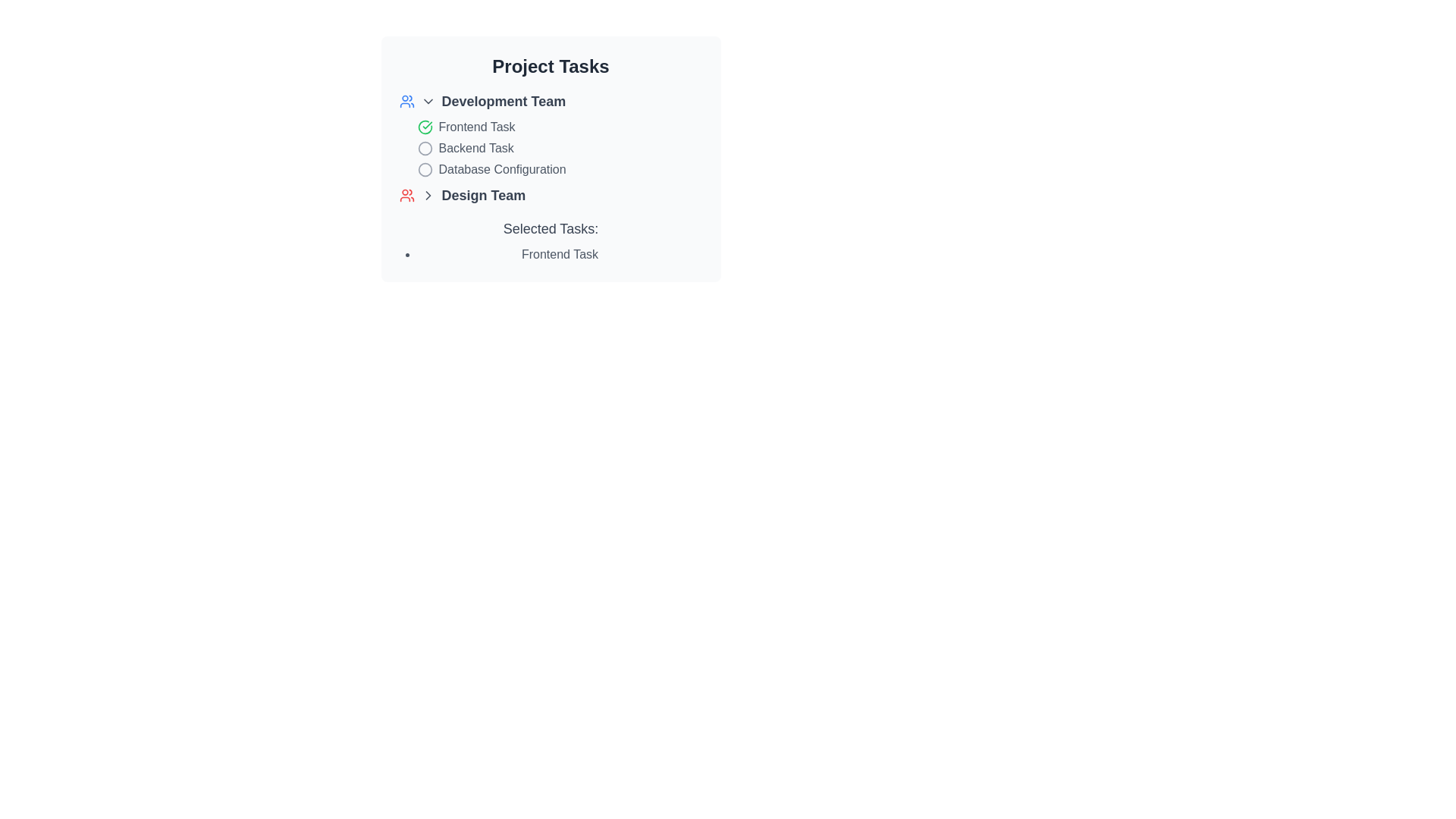  What do you see at coordinates (502, 169) in the screenshot?
I see `the Text Label that identifies a task related to database configuration, located as the third item under 'Development Team' in the sublist` at bounding box center [502, 169].